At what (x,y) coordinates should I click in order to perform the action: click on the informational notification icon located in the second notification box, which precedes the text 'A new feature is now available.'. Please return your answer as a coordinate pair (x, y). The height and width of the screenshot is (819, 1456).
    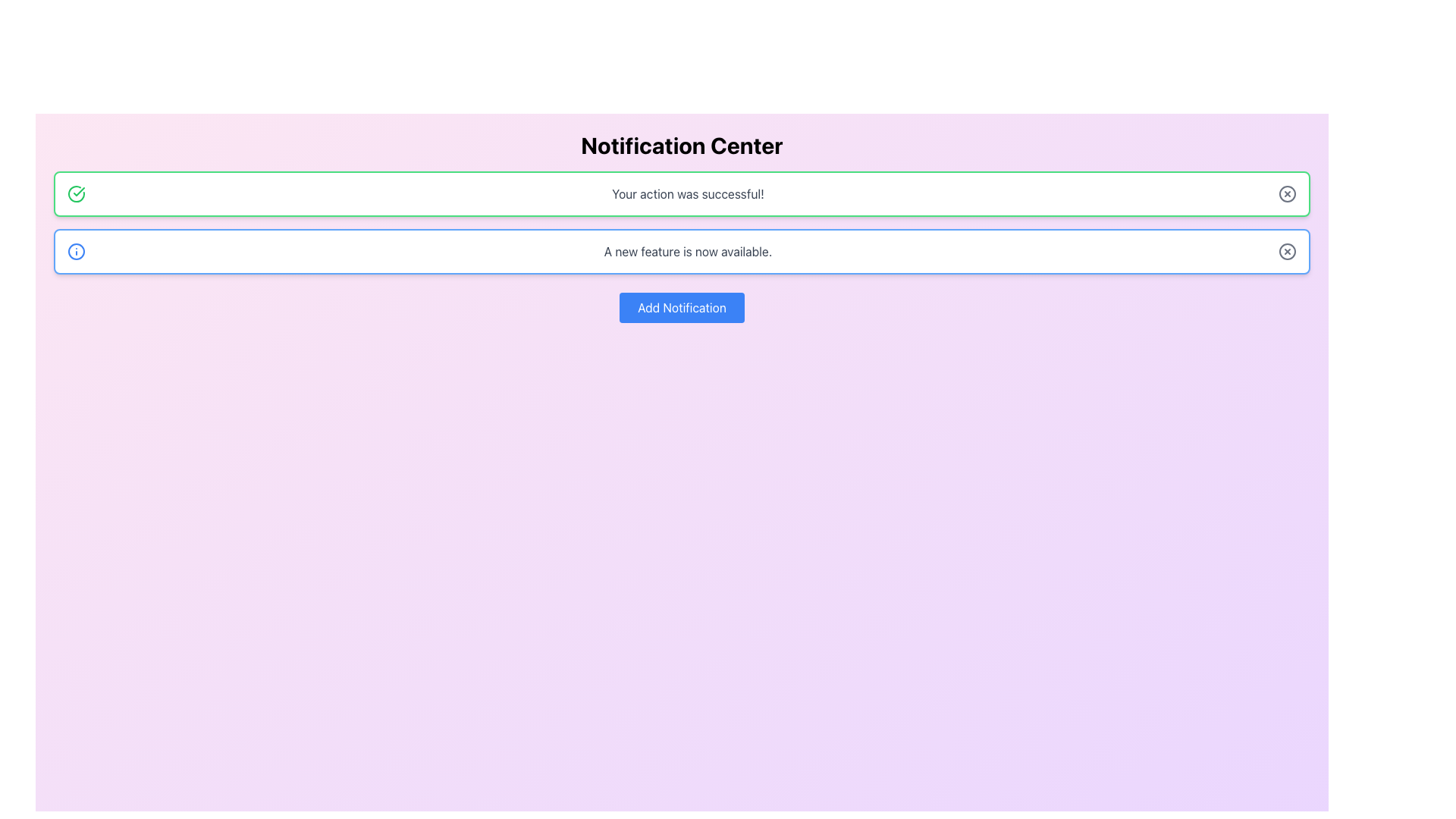
    Looking at the image, I should click on (75, 250).